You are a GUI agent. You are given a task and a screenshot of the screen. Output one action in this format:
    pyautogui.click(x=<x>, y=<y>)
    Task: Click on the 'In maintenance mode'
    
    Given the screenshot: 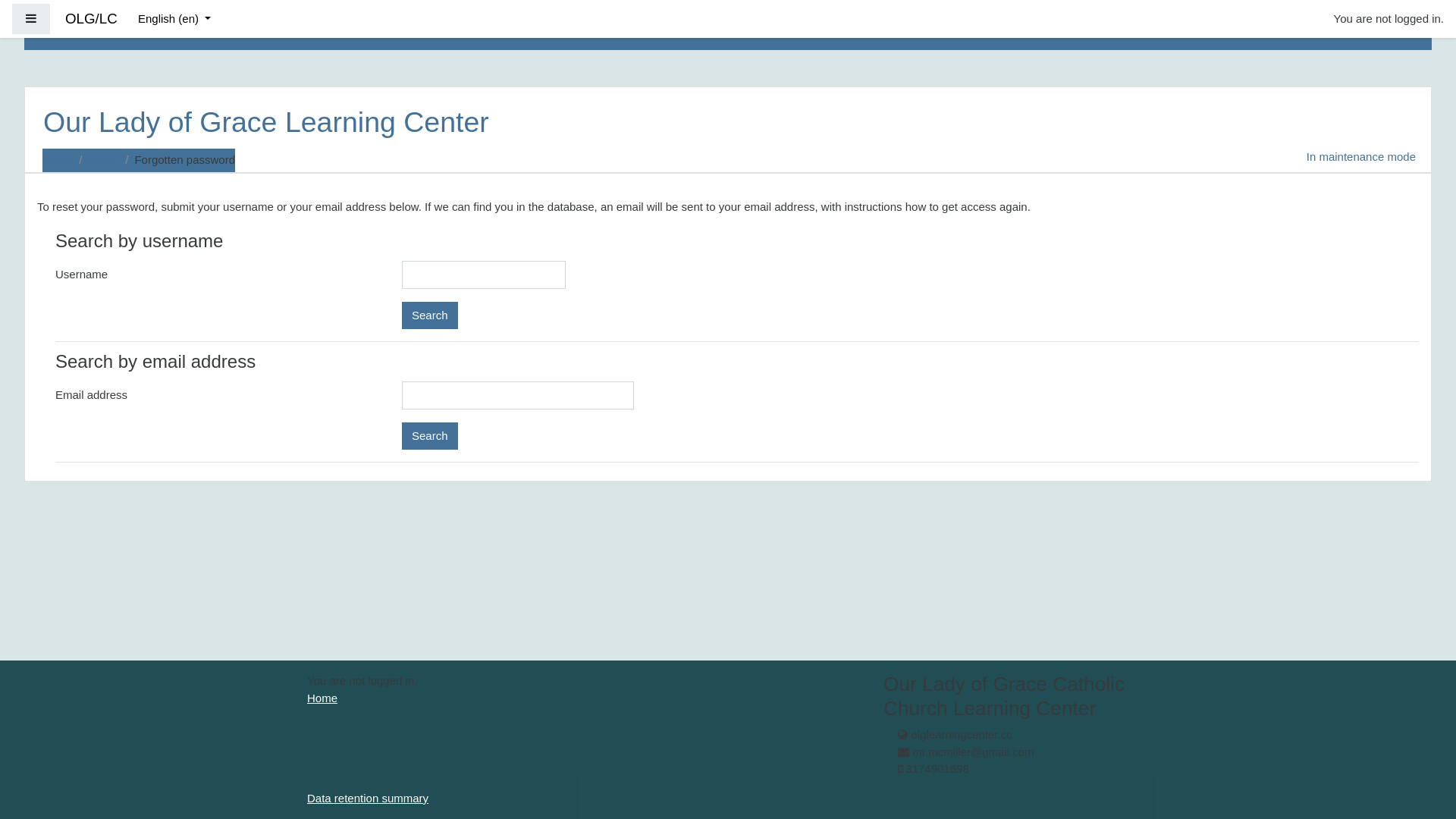 What is the action you would take?
    pyautogui.click(x=1361, y=160)
    